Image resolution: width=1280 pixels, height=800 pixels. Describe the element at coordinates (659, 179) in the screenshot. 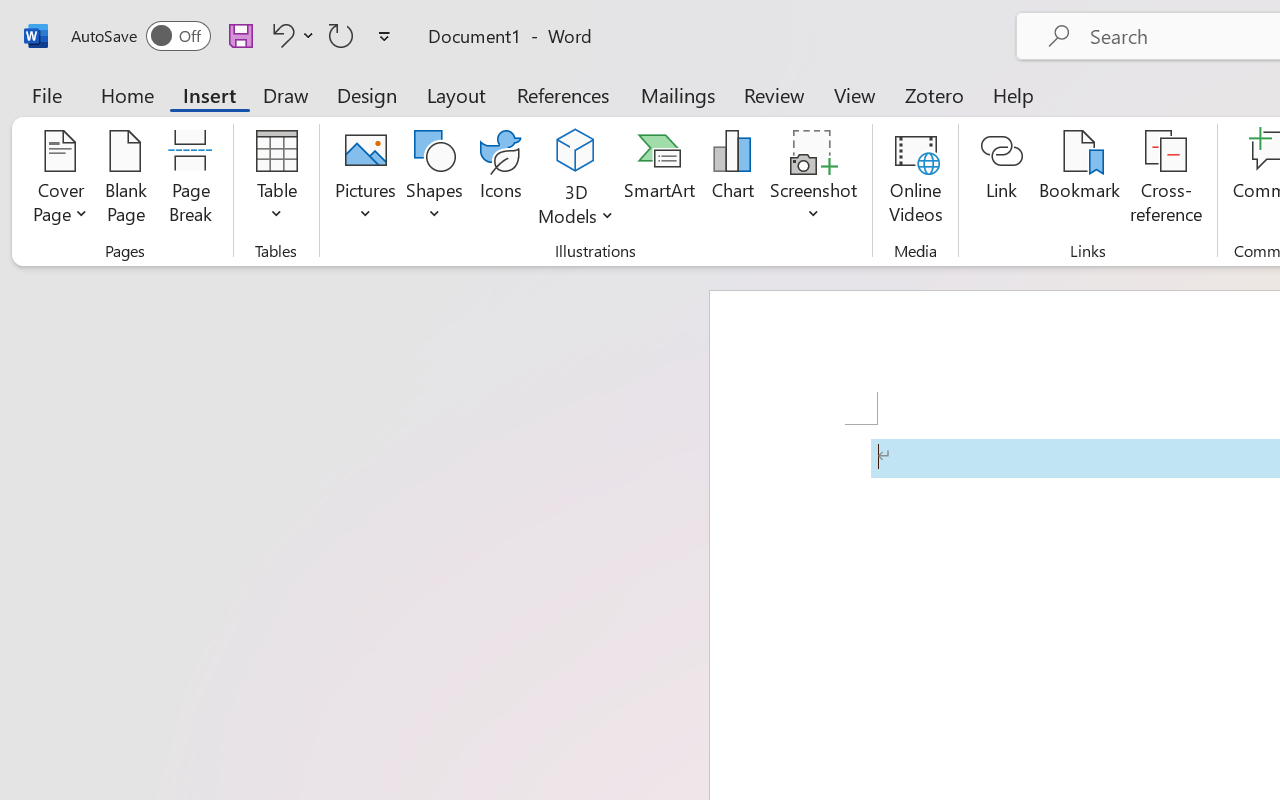

I see `'SmartArt...'` at that location.